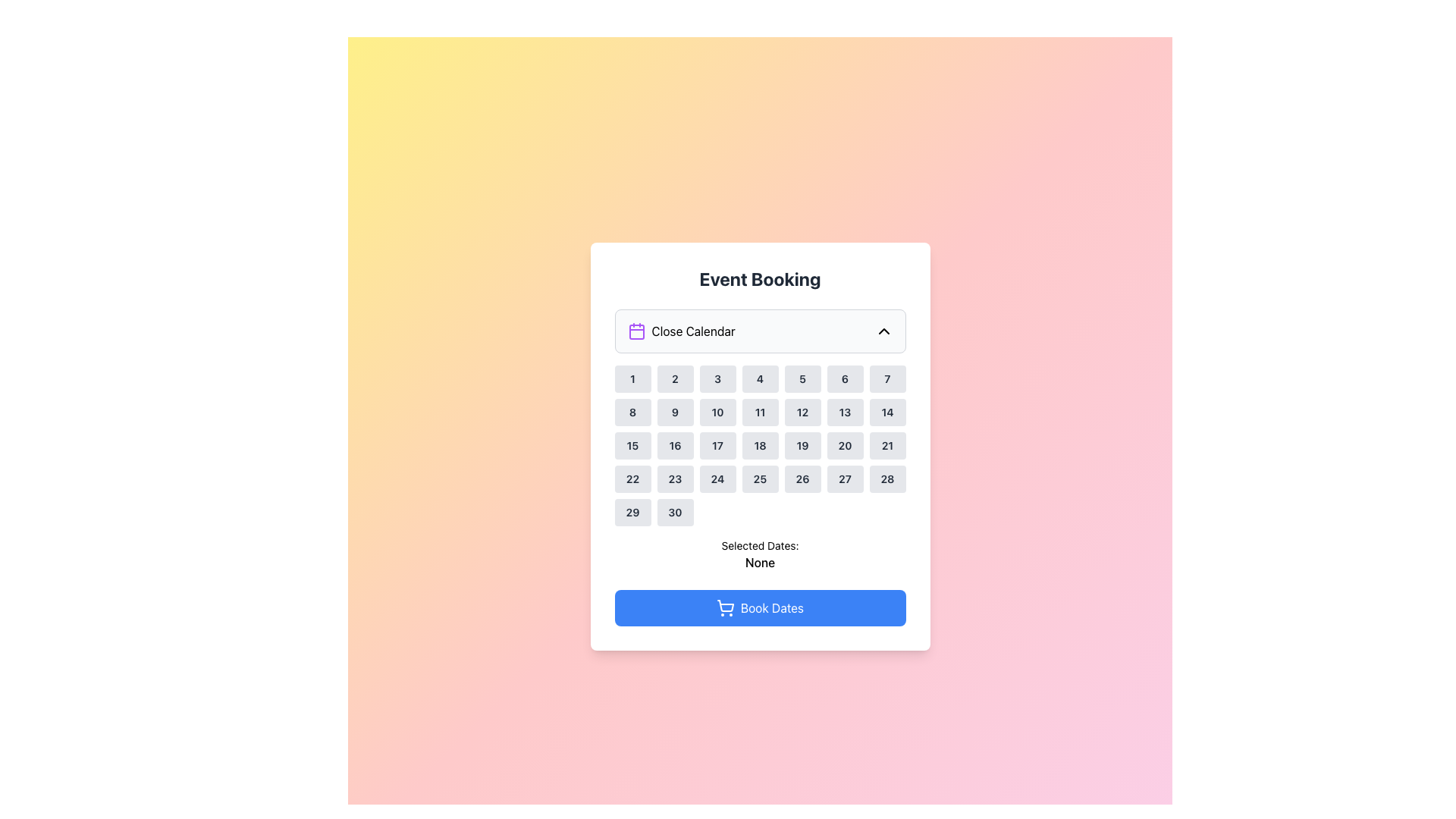 This screenshot has width=1456, height=819. What do you see at coordinates (632, 378) in the screenshot?
I see `the button that represents the first day of the calendar within the date picker` at bounding box center [632, 378].